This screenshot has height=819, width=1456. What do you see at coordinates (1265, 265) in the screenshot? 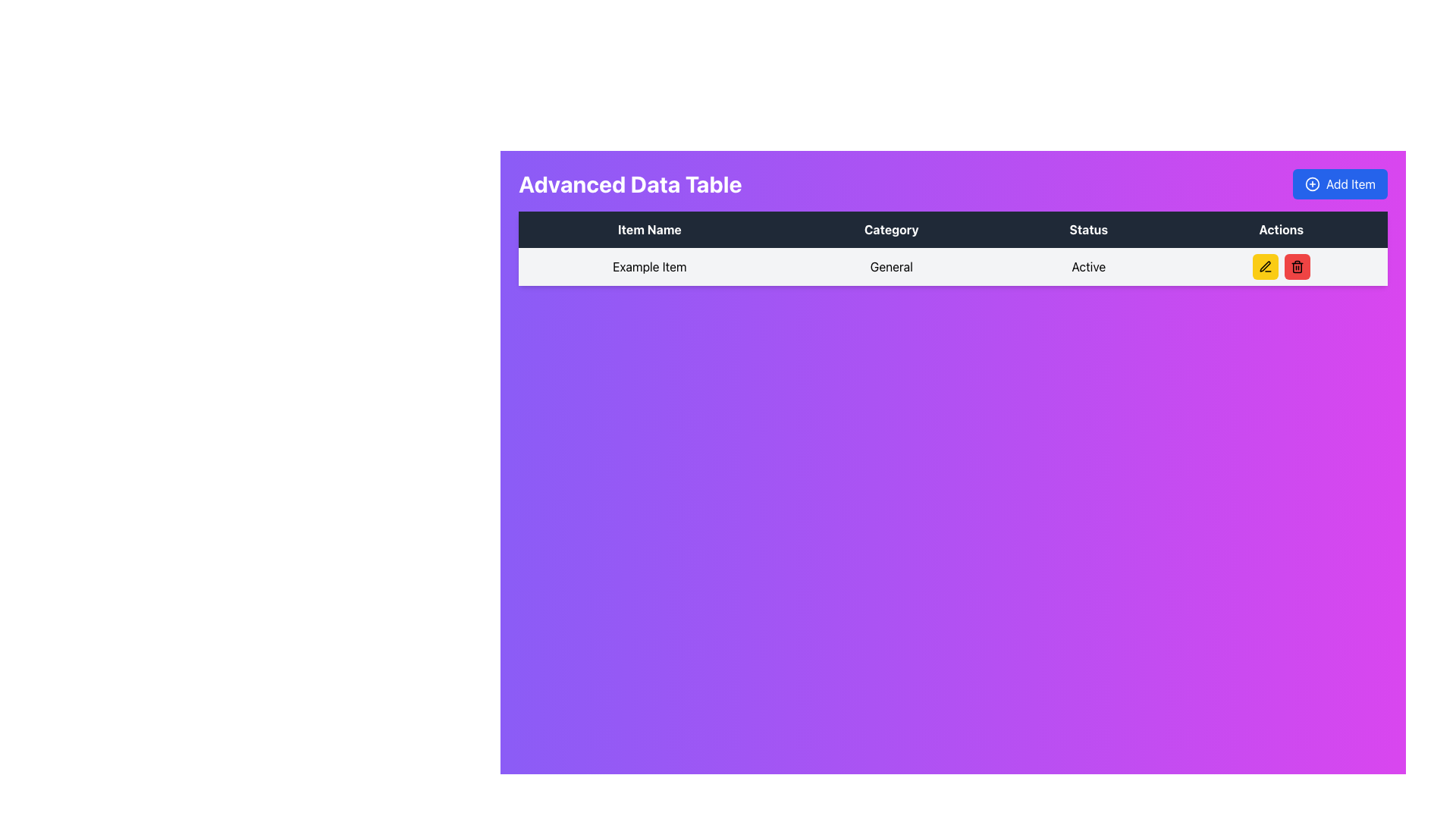
I see `the yellow rectangular button with rounded edges and a black pen icon, which is the first button in the 'Actions' column of the data table` at bounding box center [1265, 265].